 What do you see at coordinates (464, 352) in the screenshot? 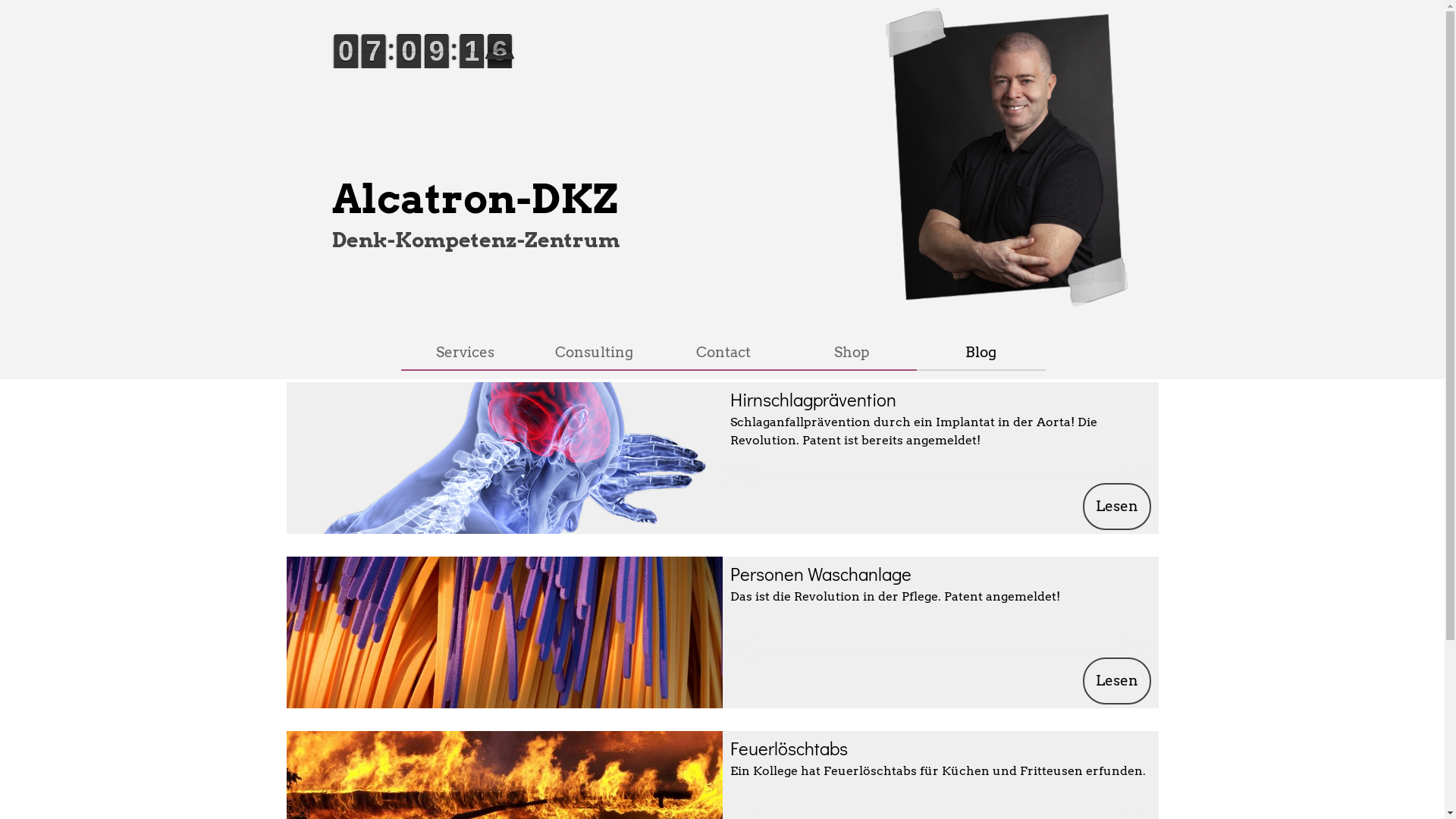
I see `'Services'` at bounding box center [464, 352].